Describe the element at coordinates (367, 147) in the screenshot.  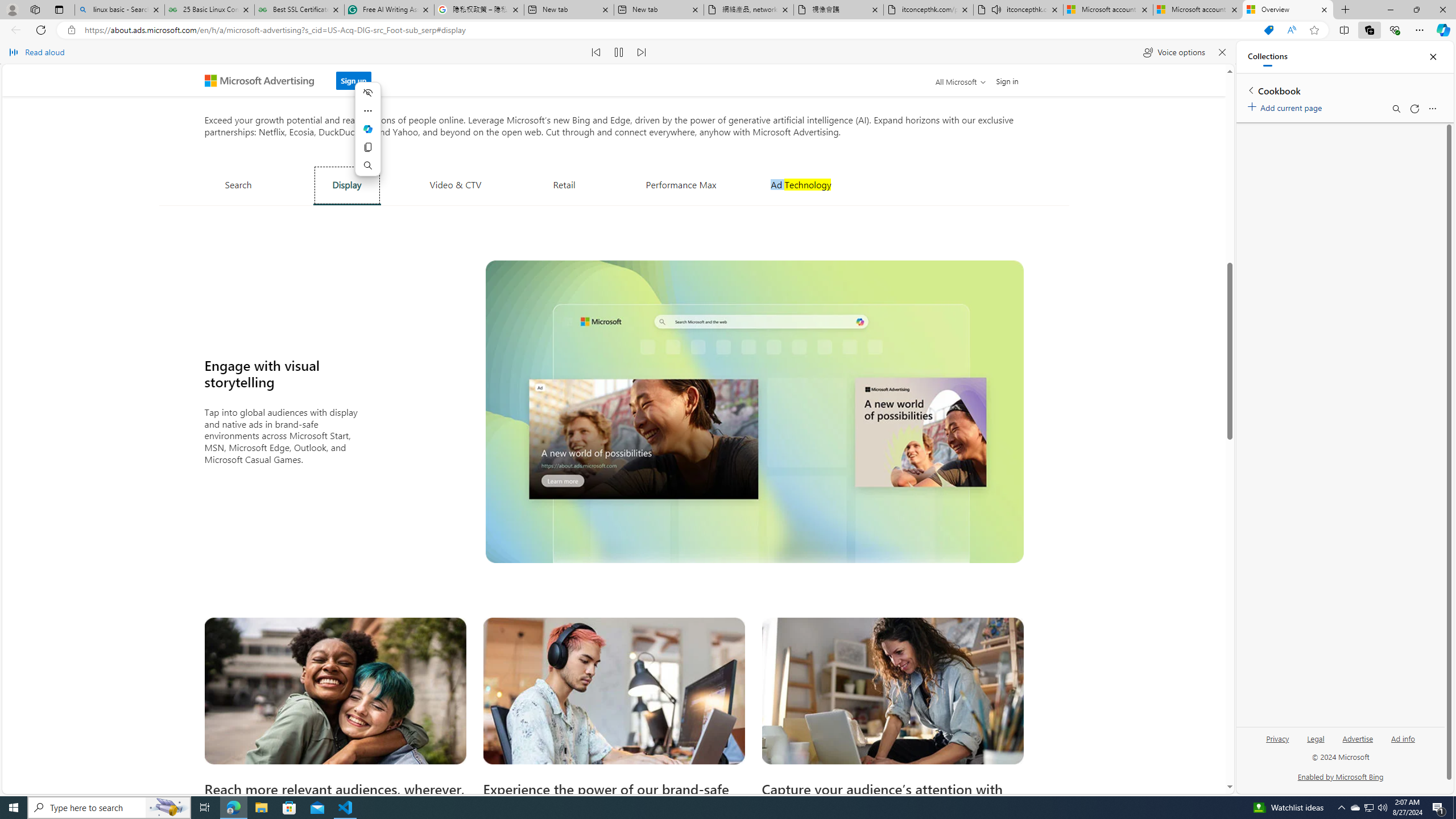
I see `'Copy'` at that location.